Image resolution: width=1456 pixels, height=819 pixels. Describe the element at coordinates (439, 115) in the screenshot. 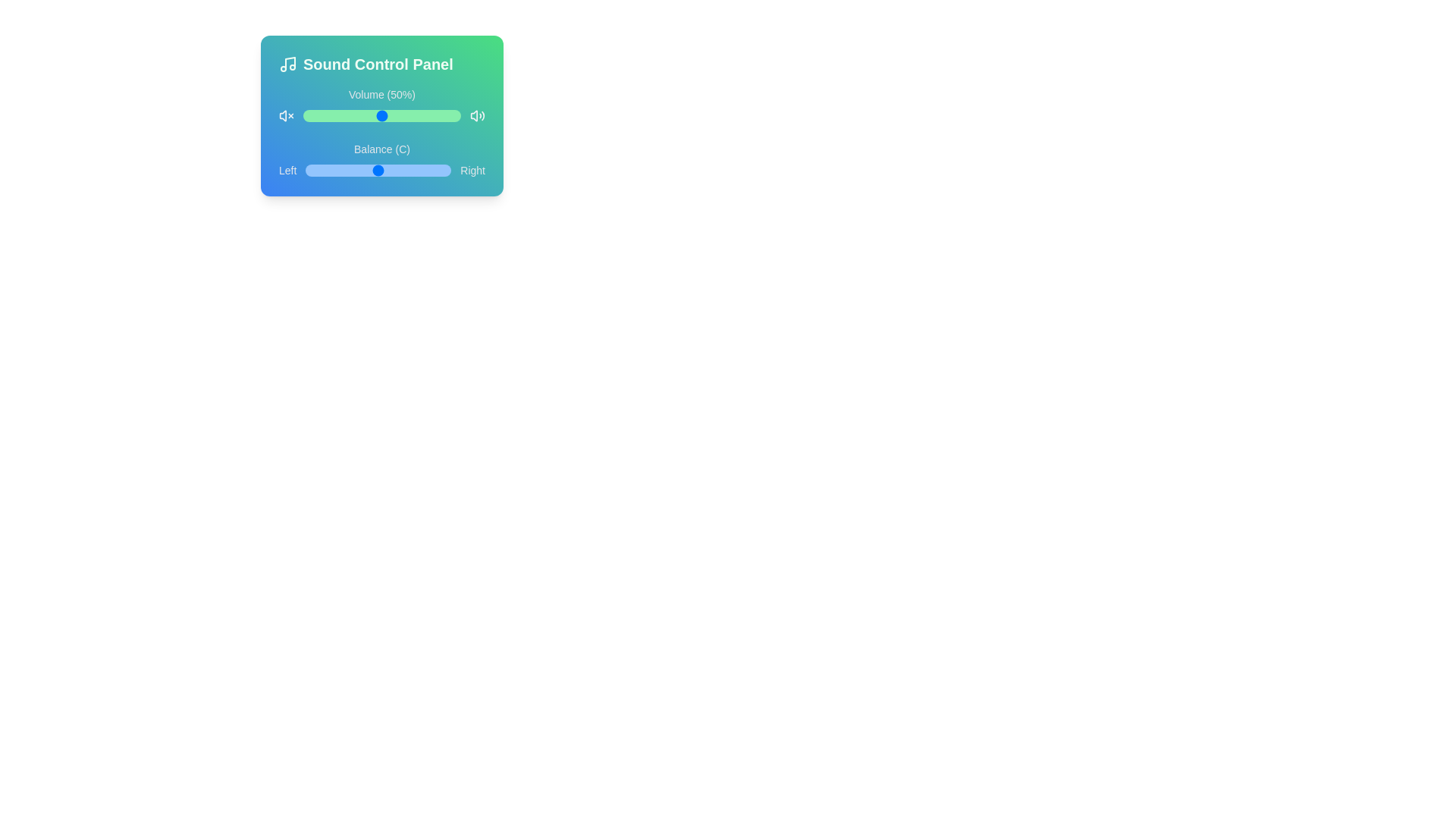

I see `the volume level` at that location.